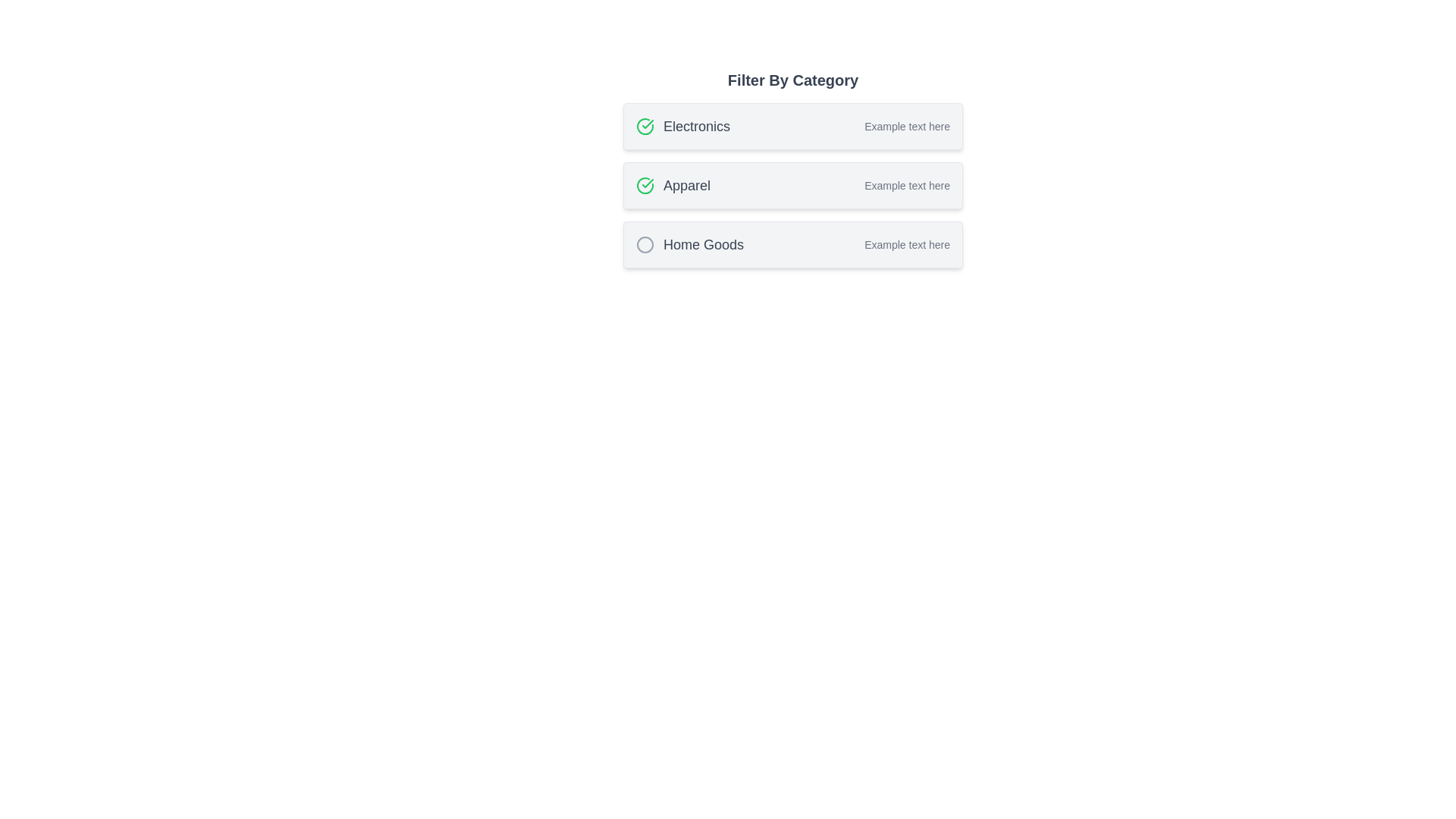 This screenshot has width=1456, height=819. What do you see at coordinates (907, 125) in the screenshot?
I see `descriptive text label next to the 'Electronics' category in the selection list, which provides additional information about the category` at bounding box center [907, 125].